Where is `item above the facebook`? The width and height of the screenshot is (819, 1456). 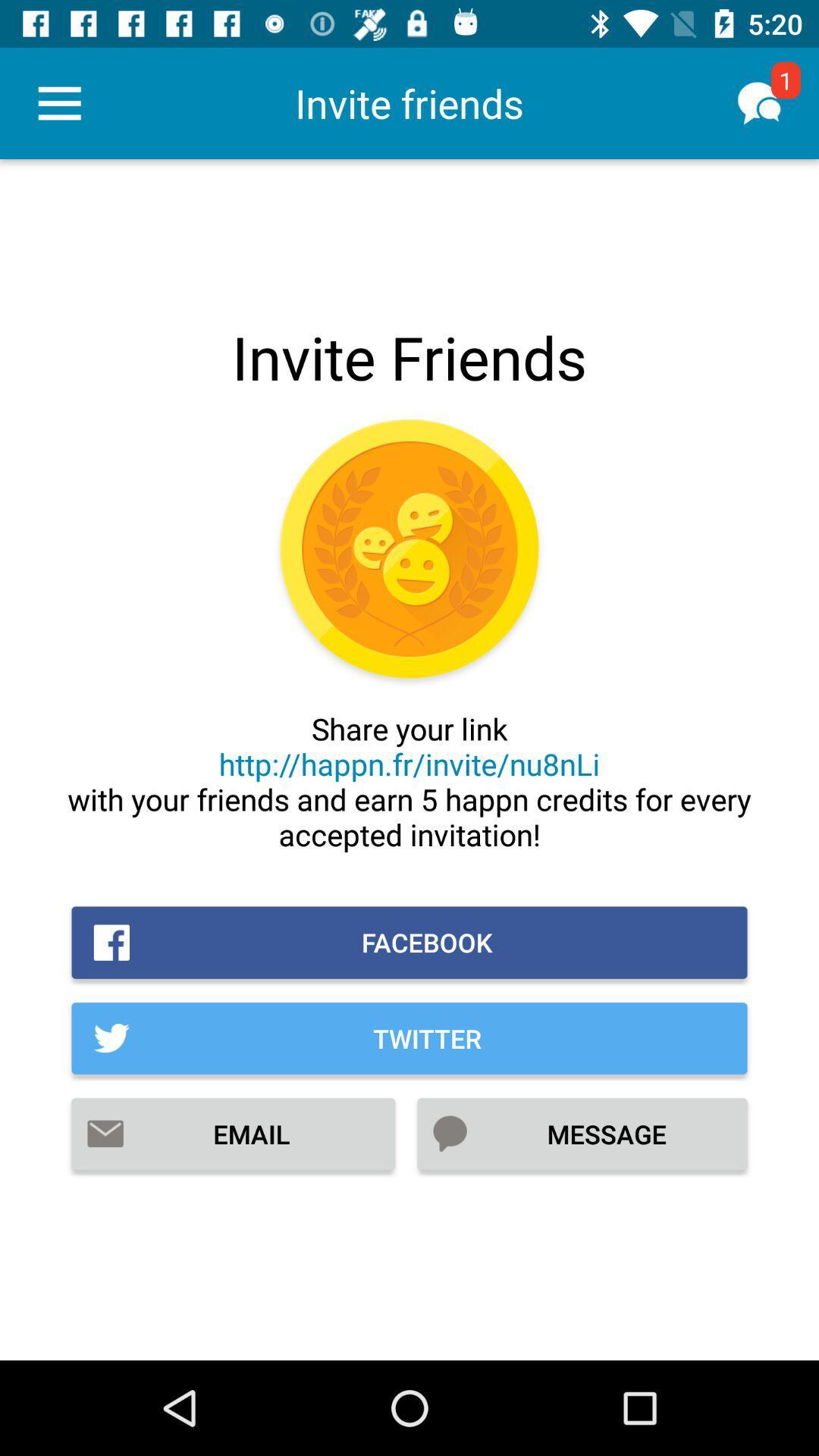 item above the facebook is located at coordinates (409, 781).